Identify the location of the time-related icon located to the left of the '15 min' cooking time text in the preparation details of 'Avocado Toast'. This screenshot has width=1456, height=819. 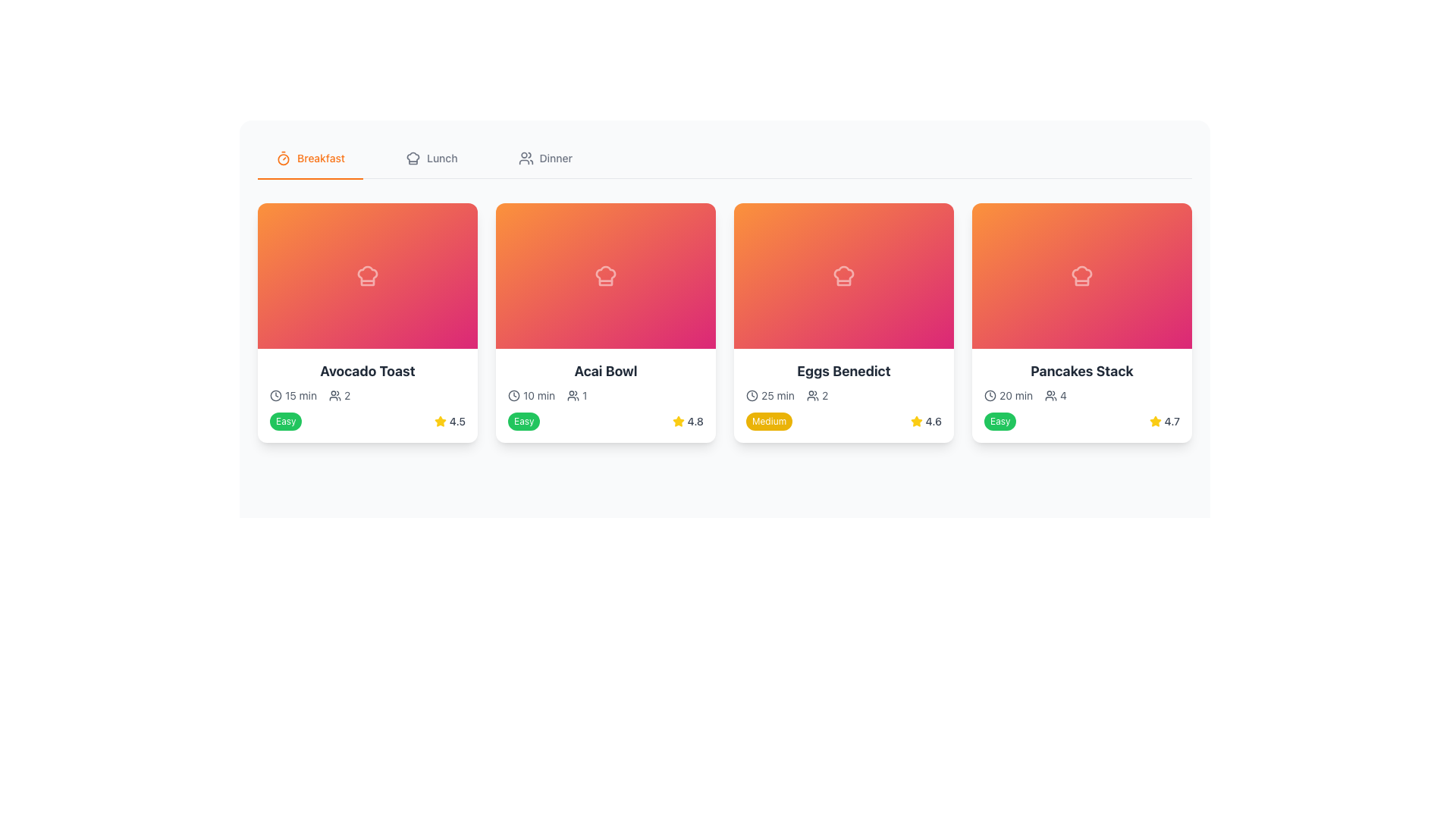
(276, 394).